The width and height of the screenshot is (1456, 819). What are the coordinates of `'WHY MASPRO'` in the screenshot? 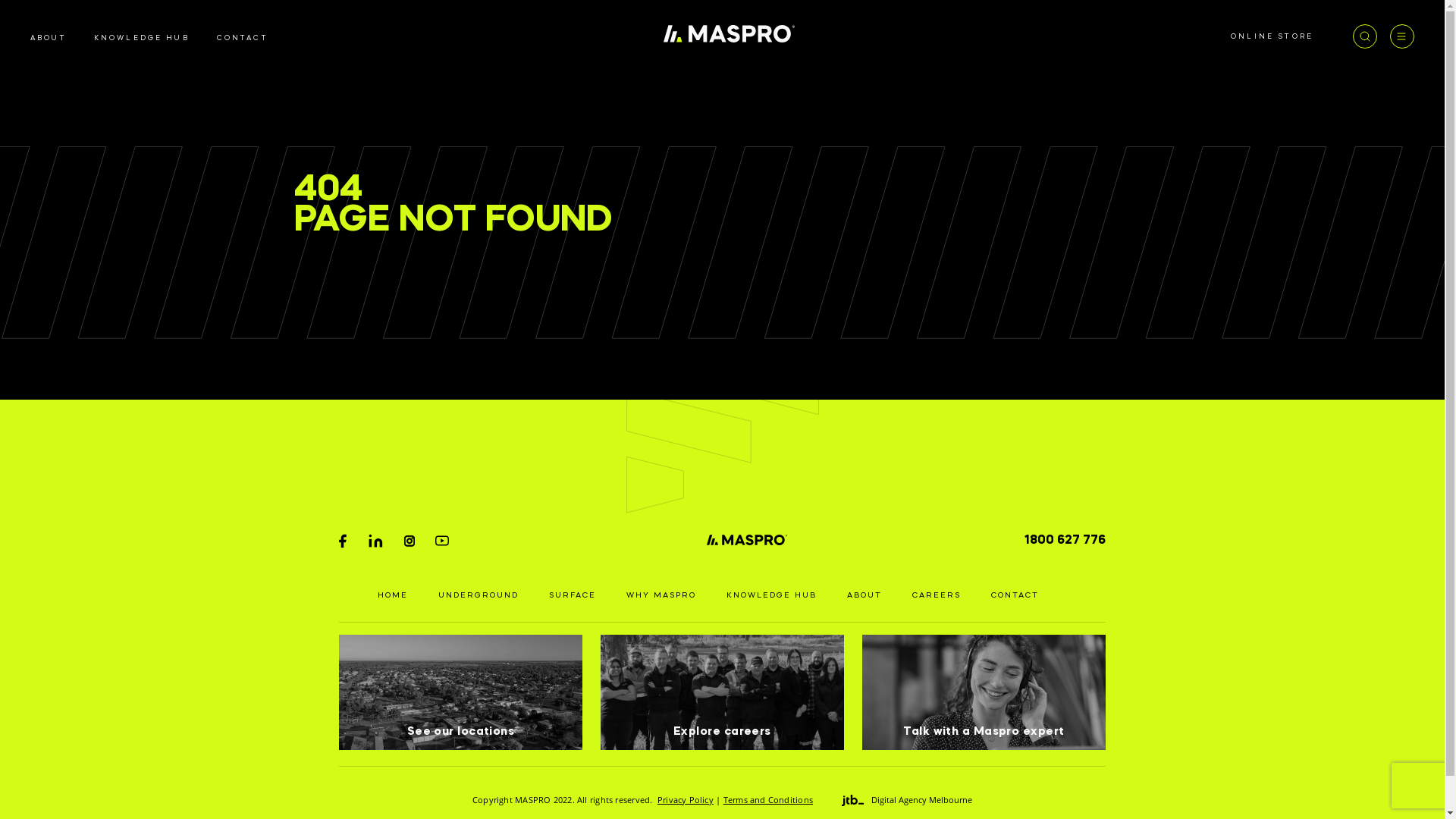 It's located at (661, 595).